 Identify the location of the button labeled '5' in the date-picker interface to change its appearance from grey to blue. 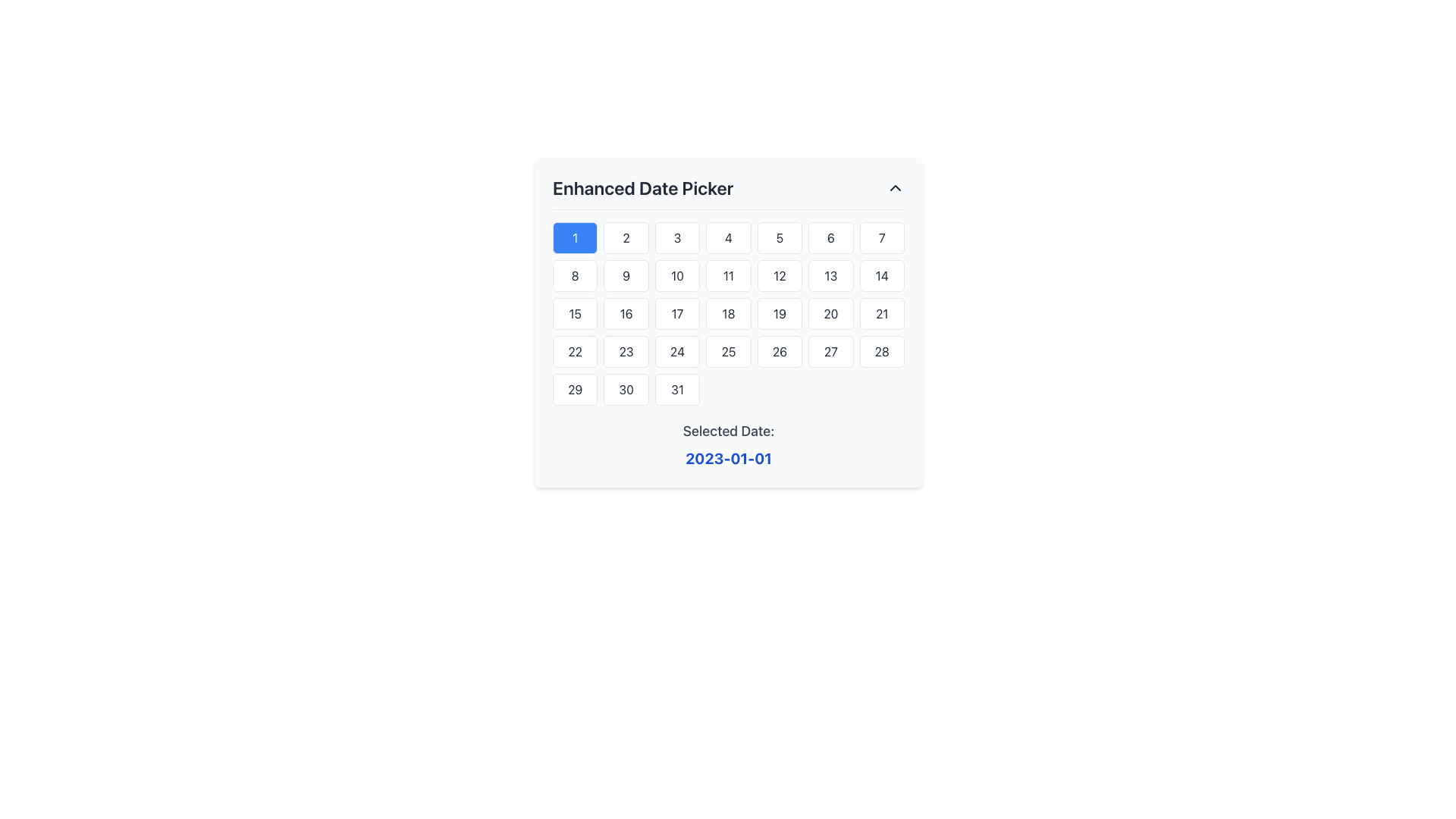
(780, 237).